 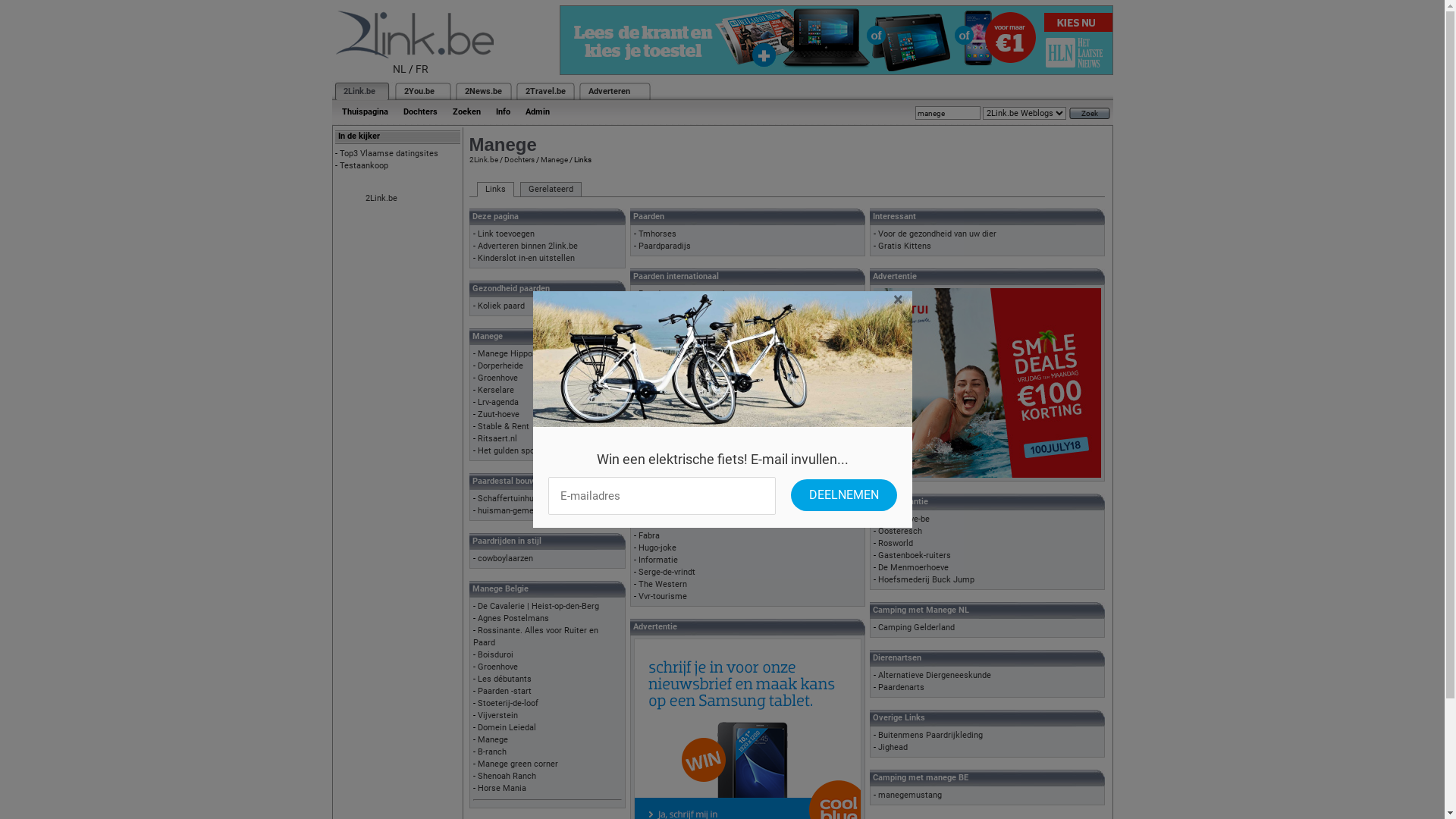 I want to click on 'Kinderslot in-en uitstellen', so click(x=526, y=257).